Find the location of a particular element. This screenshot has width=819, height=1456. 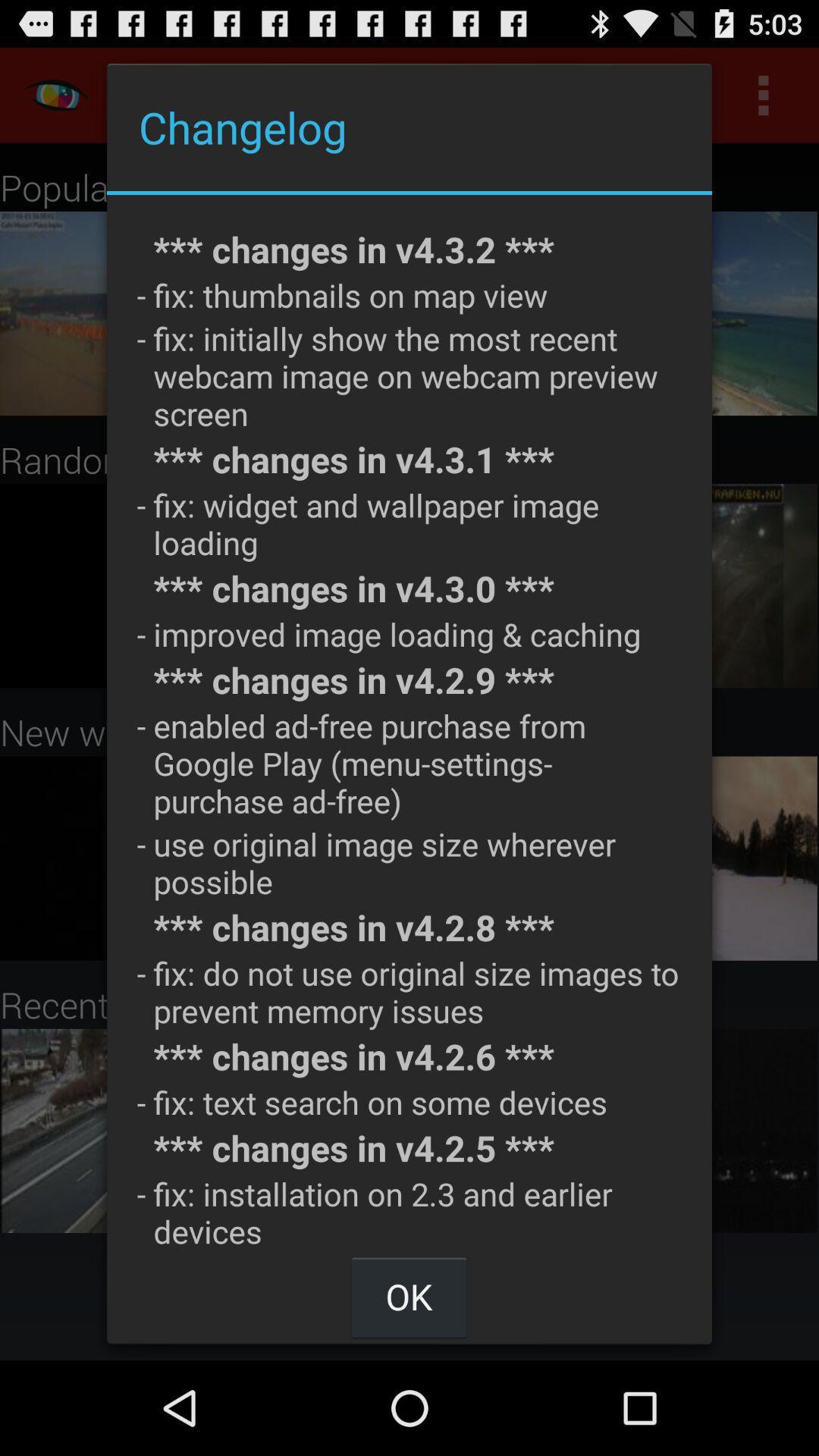

ok   icon is located at coordinates (408, 1295).